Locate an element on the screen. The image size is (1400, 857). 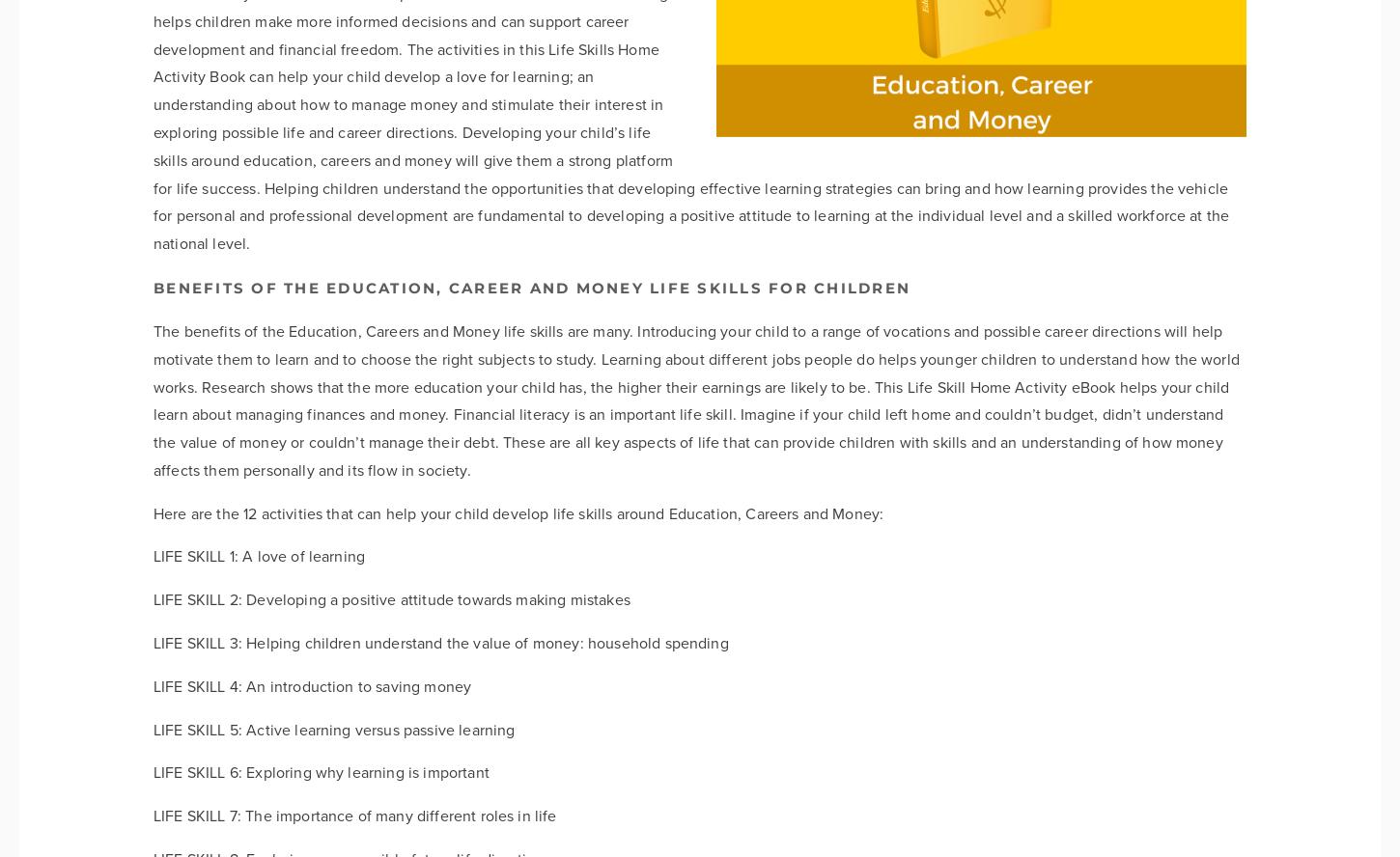
'LIFE SKILL 4: An introduction to saving money' is located at coordinates (312, 685).